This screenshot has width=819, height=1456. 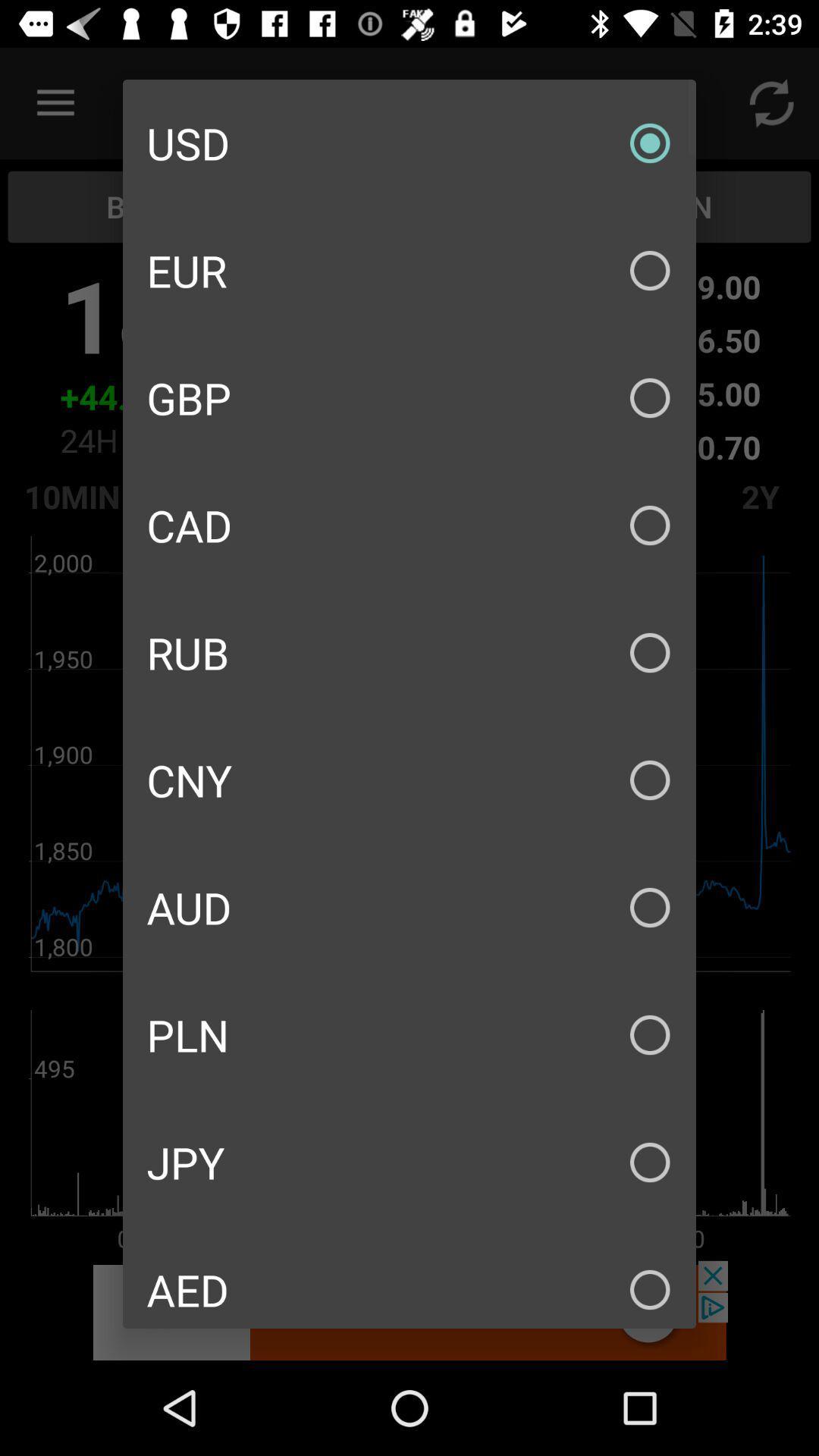 I want to click on icon above the rub item, so click(x=409, y=525).